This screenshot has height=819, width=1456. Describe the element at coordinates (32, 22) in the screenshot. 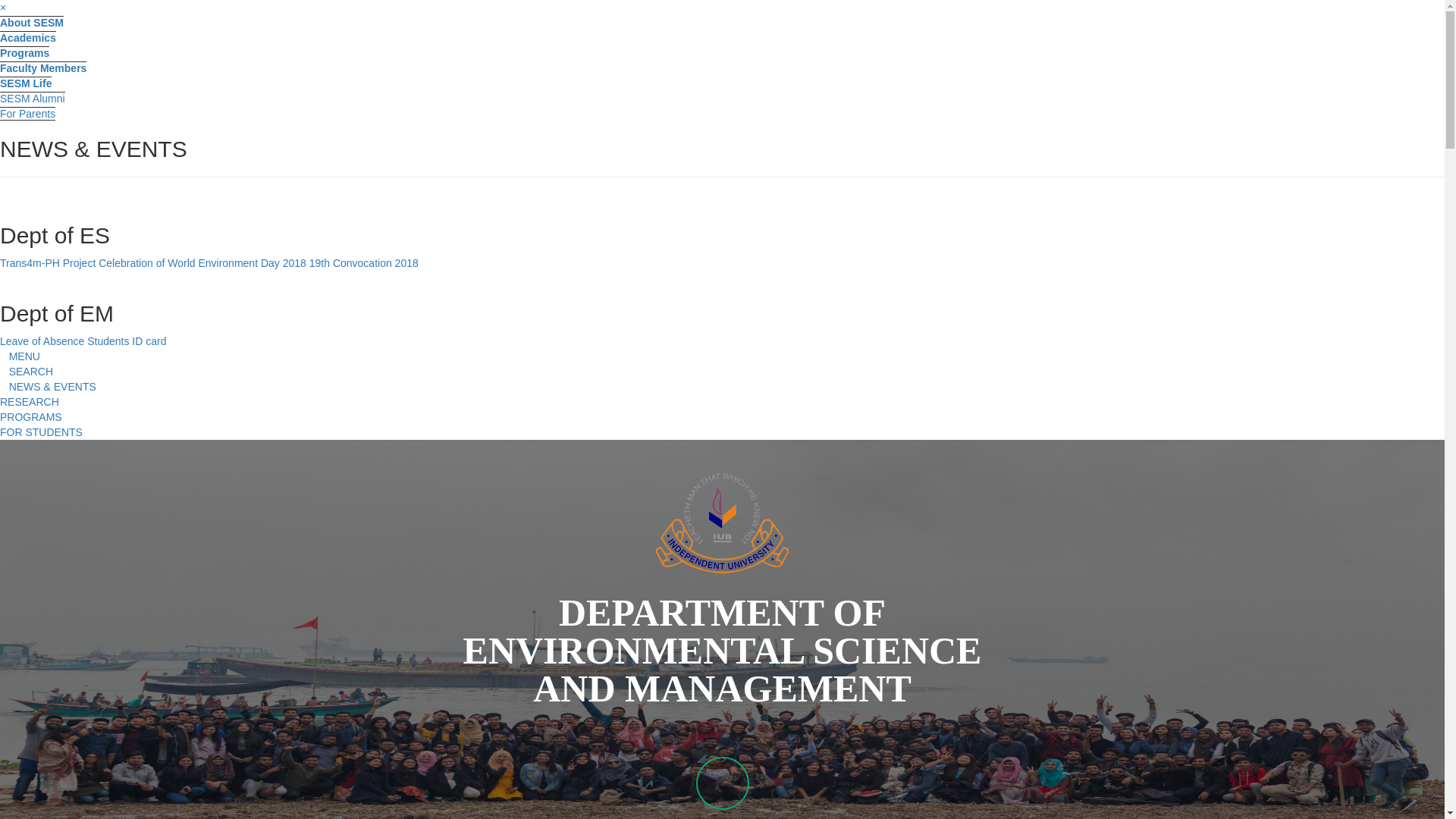

I see `'About SESM'` at that location.